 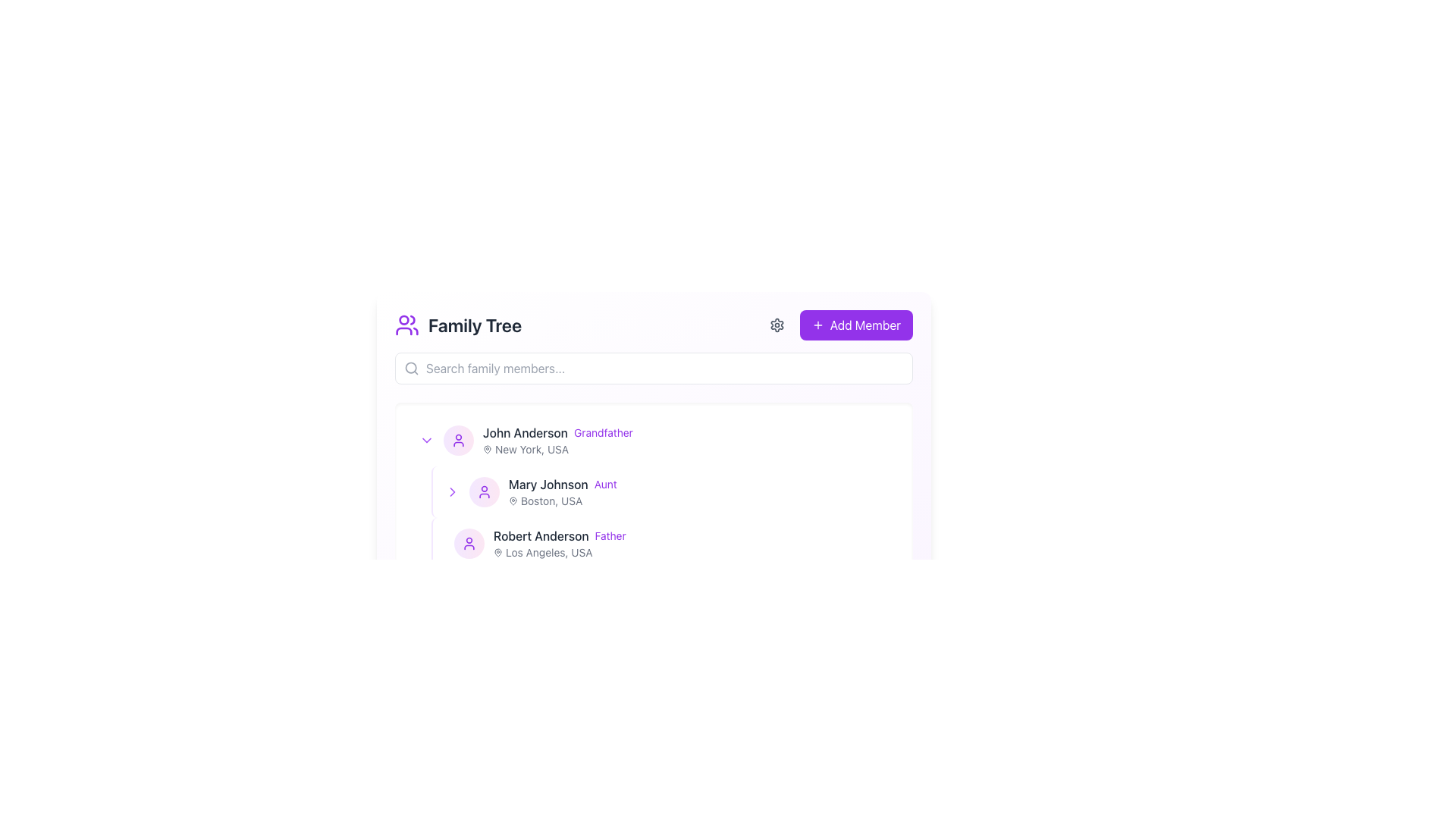 What do you see at coordinates (604, 485) in the screenshot?
I see `the text label indicating the familial relationship 'Aunt' associated with 'Mary Johnson' in the list` at bounding box center [604, 485].